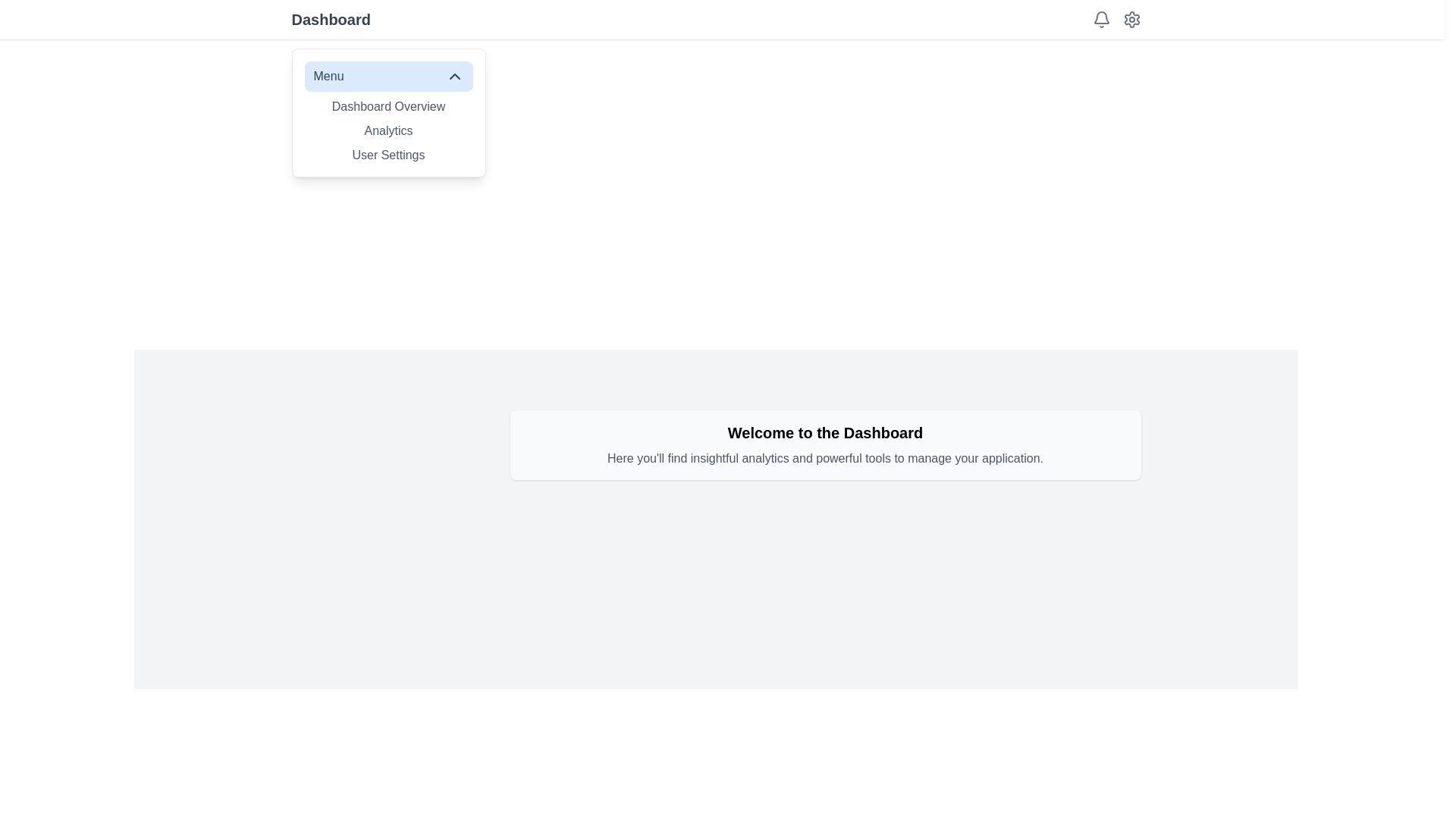 The image size is (1456, 819). I want to click on the 'User Settings' text menu item, which is the third option in the dropdown menu, so click(388, 155).